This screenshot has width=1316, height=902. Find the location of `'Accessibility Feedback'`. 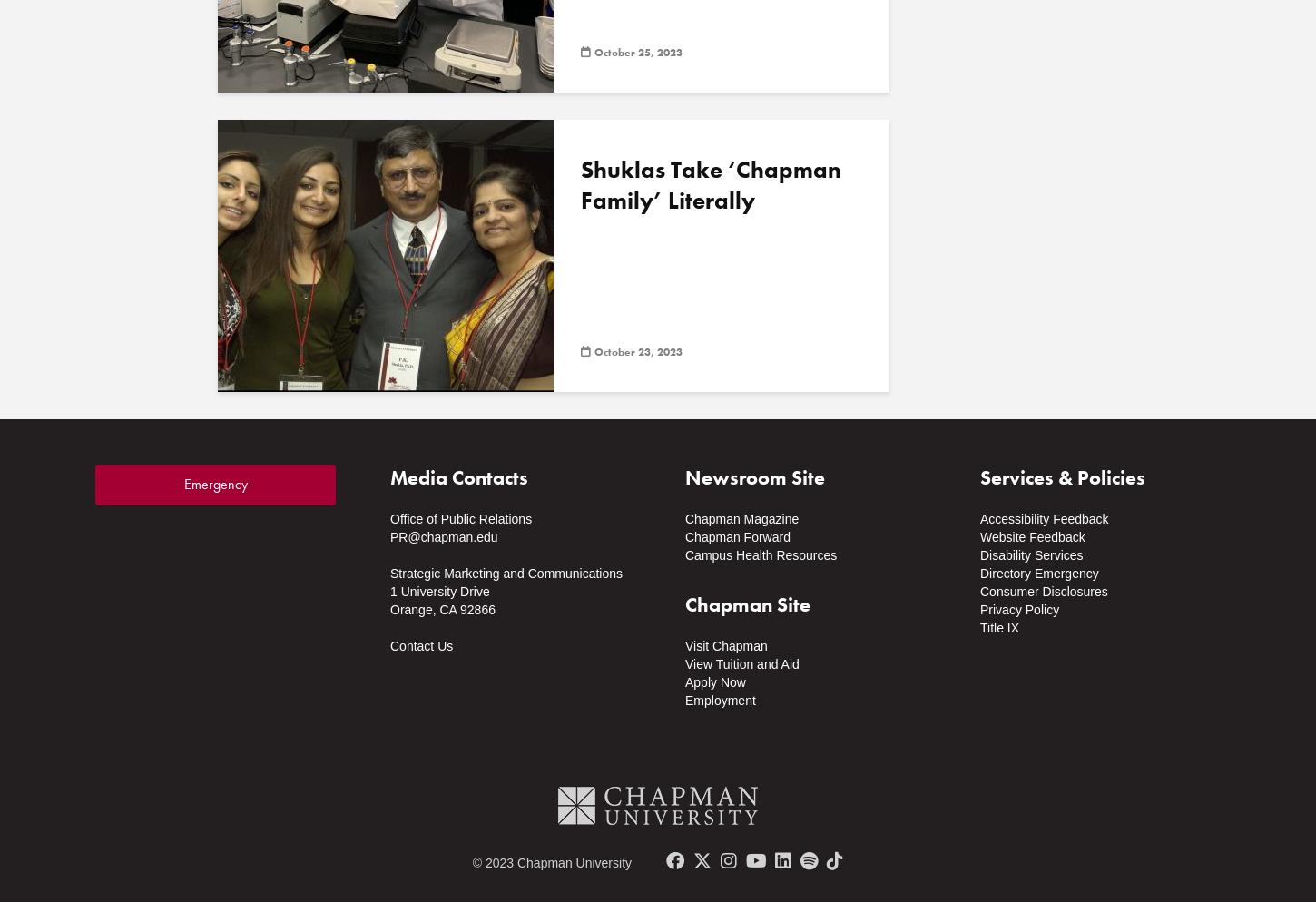

'Accessibility Feedback' is located at coordinates (1043, 519).